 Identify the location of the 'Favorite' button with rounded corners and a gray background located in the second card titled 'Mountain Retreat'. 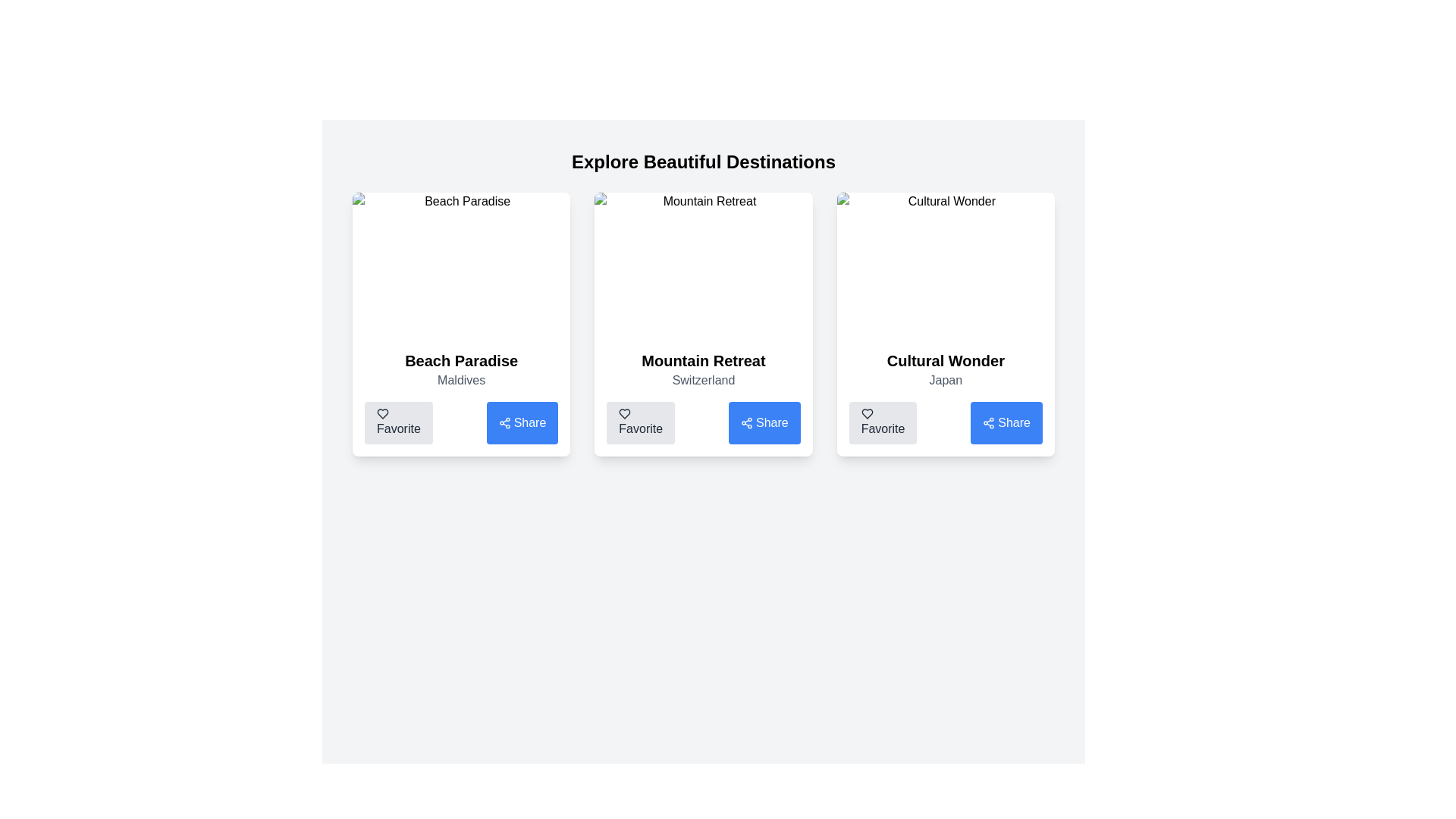
(641, 423).